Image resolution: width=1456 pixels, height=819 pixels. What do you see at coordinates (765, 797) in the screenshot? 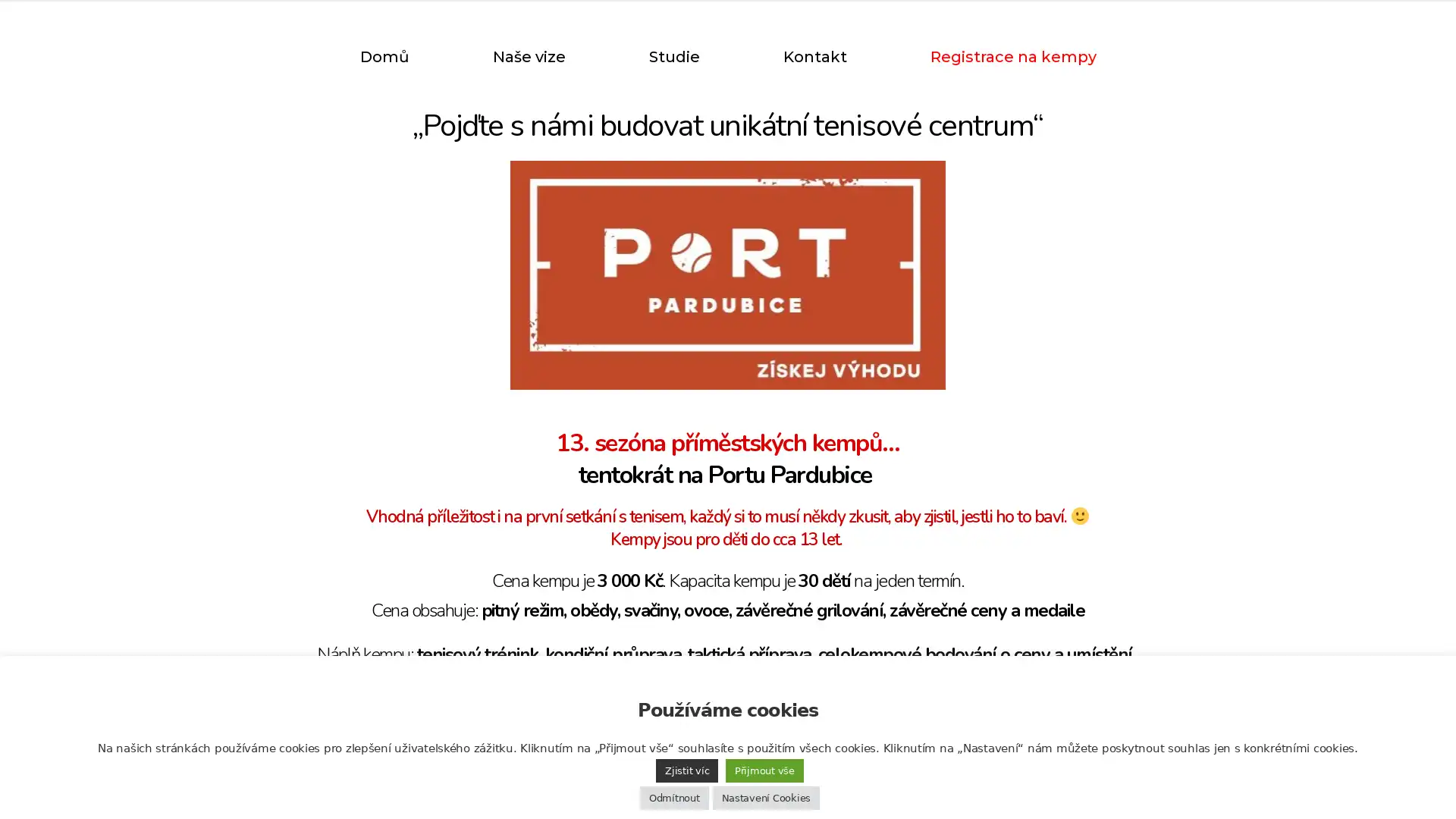
I see `Nastaveni Cookies` at bounding box center [765, 797].